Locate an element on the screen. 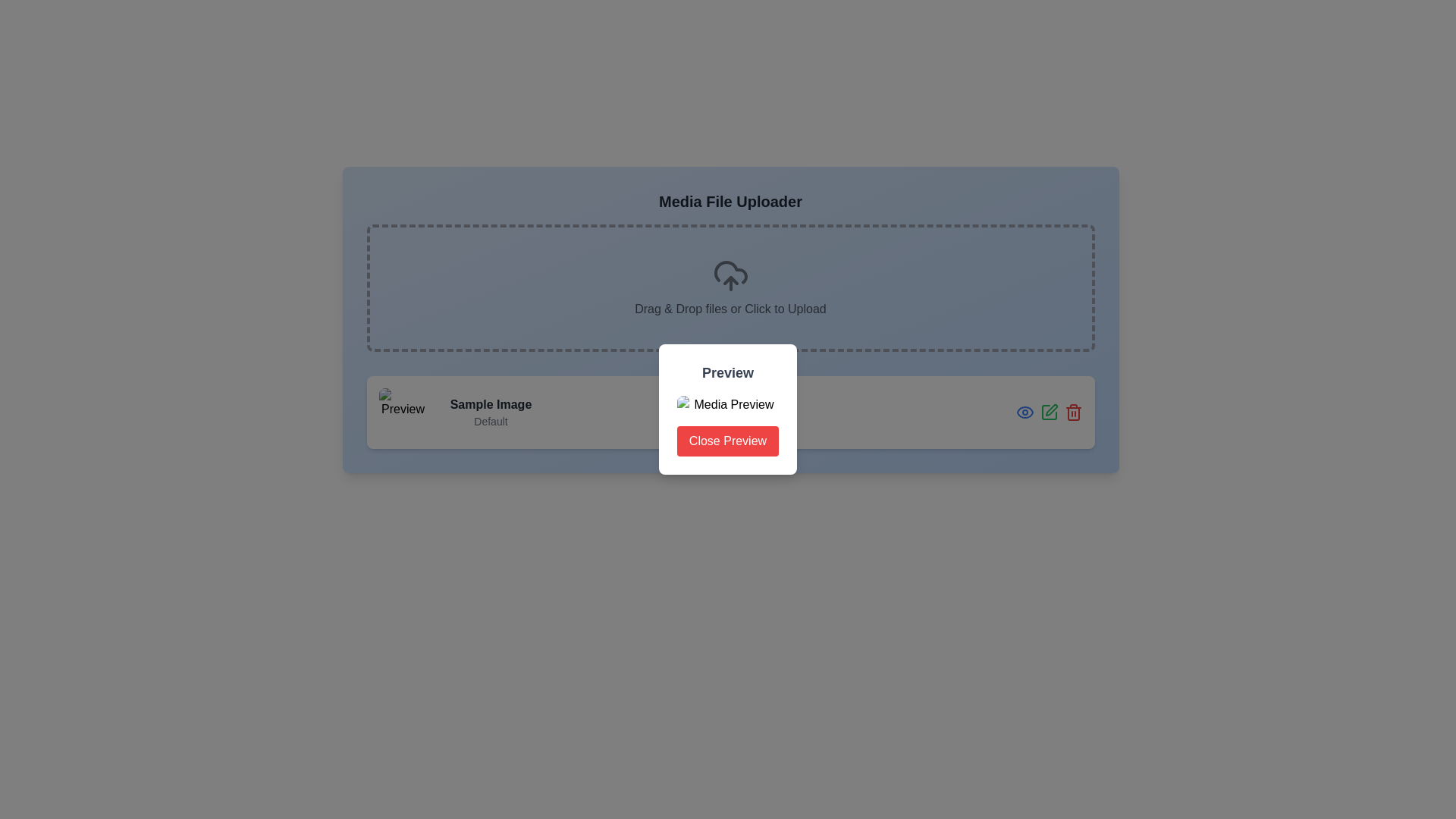  the interactive section that includes an image preview, descriptive text 'Sample Image' and 'Default', along with action buttons, located near the bottom of the interface is located at coordinates (730, 412).